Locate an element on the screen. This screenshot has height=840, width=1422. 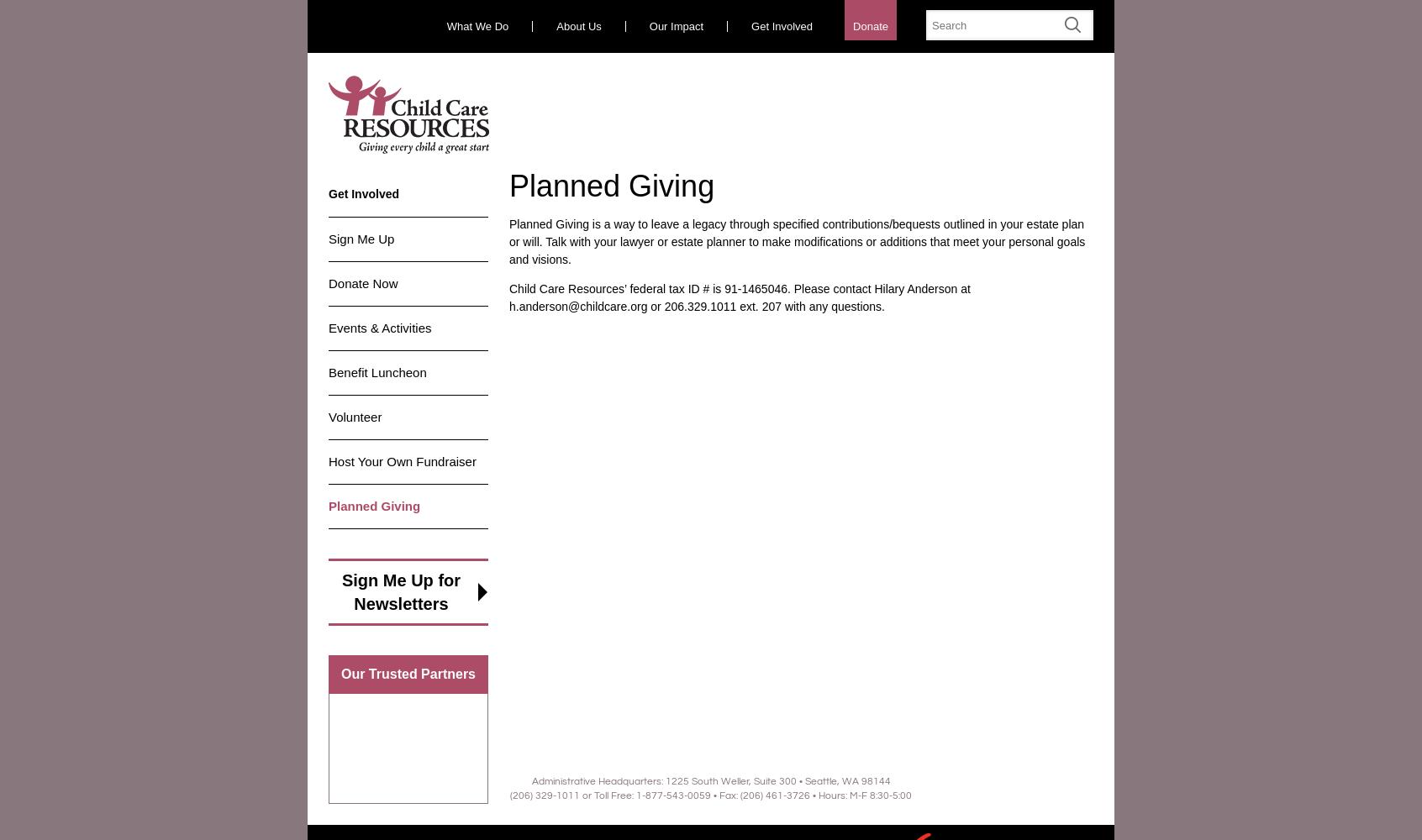
'What We Do' is located at coordinates (477, 26).